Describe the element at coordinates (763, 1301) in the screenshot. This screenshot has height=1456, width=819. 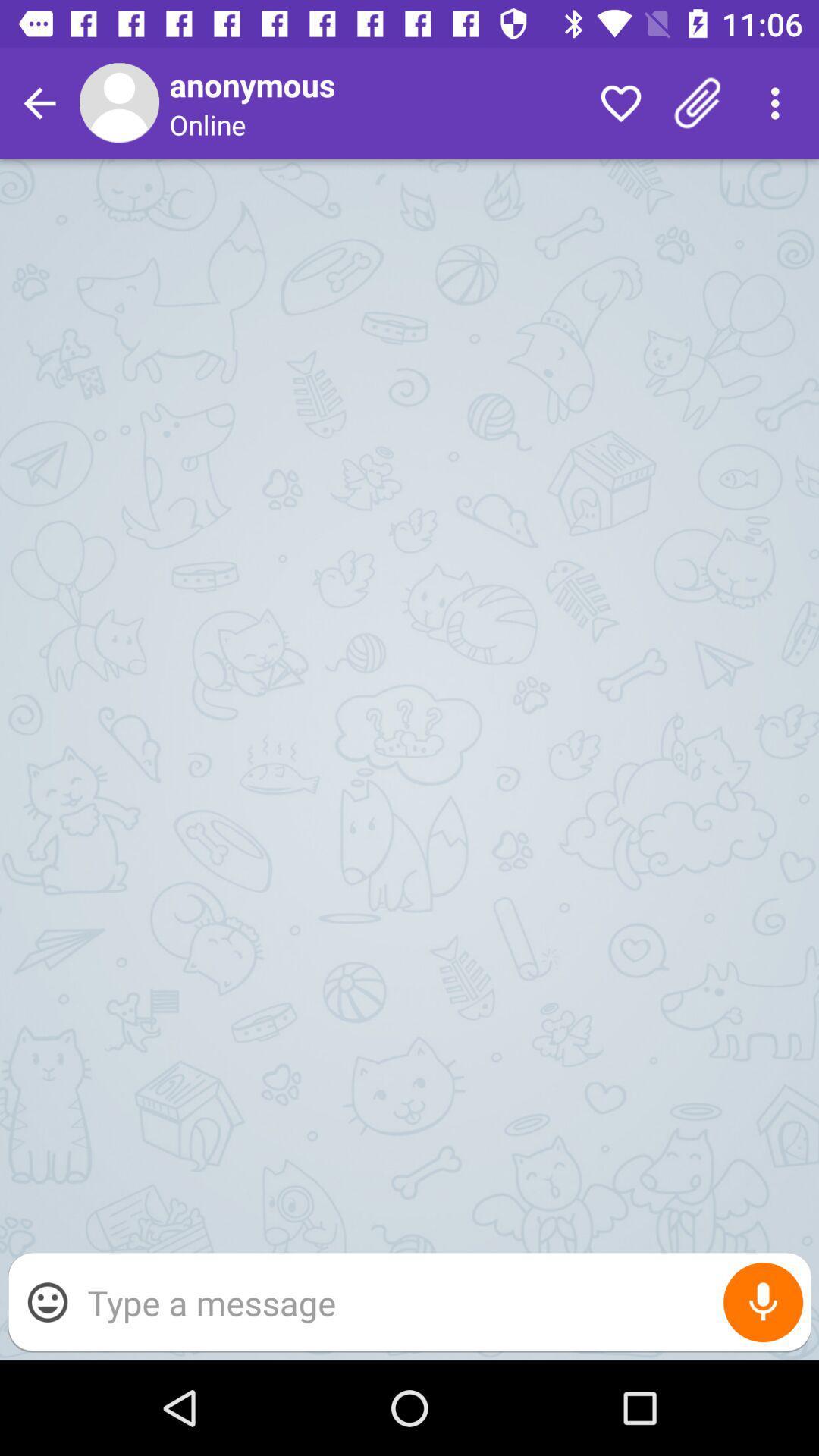
I see `speak a new message` at that location.